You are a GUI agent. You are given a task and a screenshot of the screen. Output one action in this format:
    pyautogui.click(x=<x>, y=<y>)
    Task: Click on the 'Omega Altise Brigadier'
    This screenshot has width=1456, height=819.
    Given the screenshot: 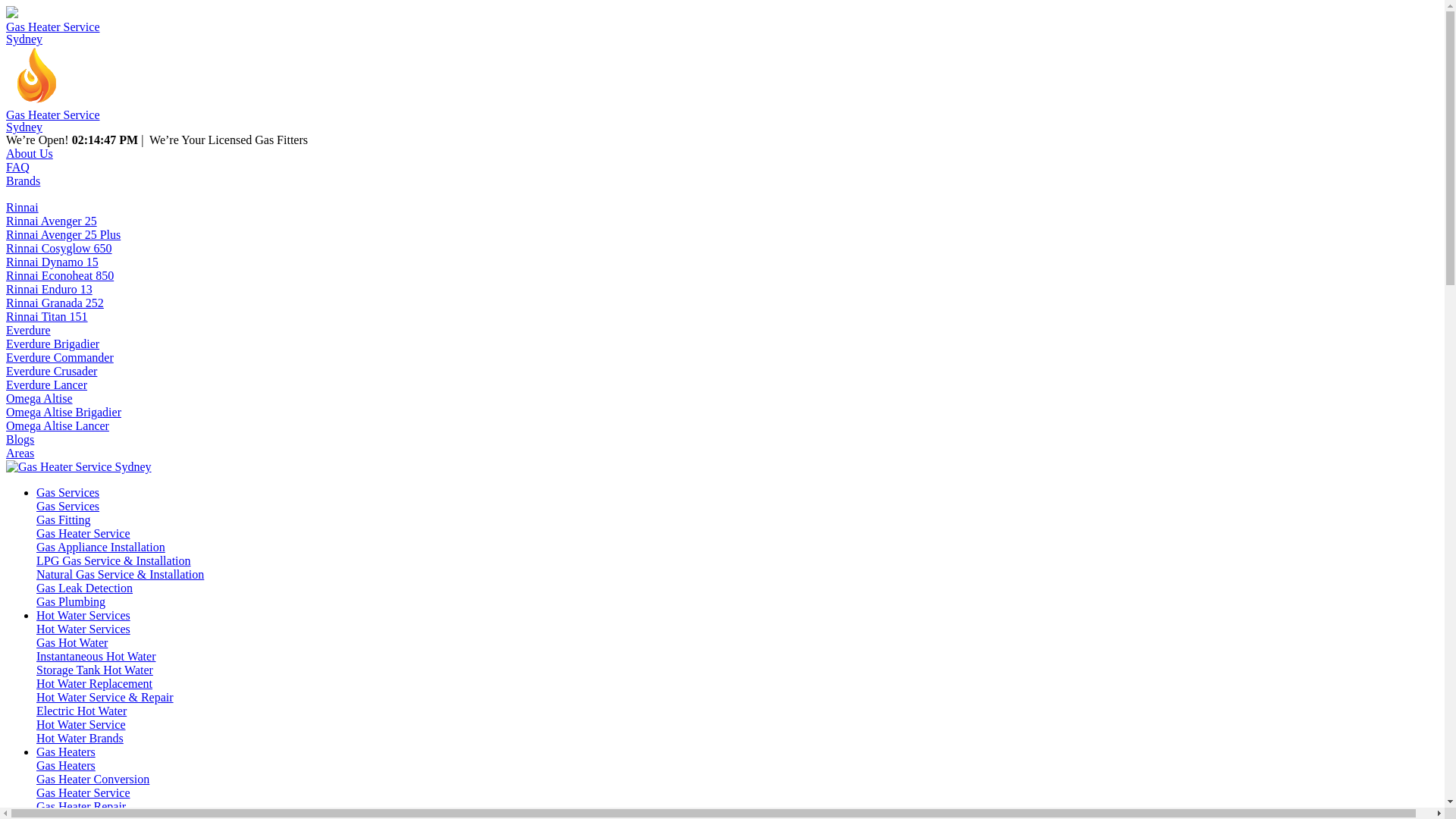 What is the action you would take?
    pyautogui.click(x=62, y=412)
    